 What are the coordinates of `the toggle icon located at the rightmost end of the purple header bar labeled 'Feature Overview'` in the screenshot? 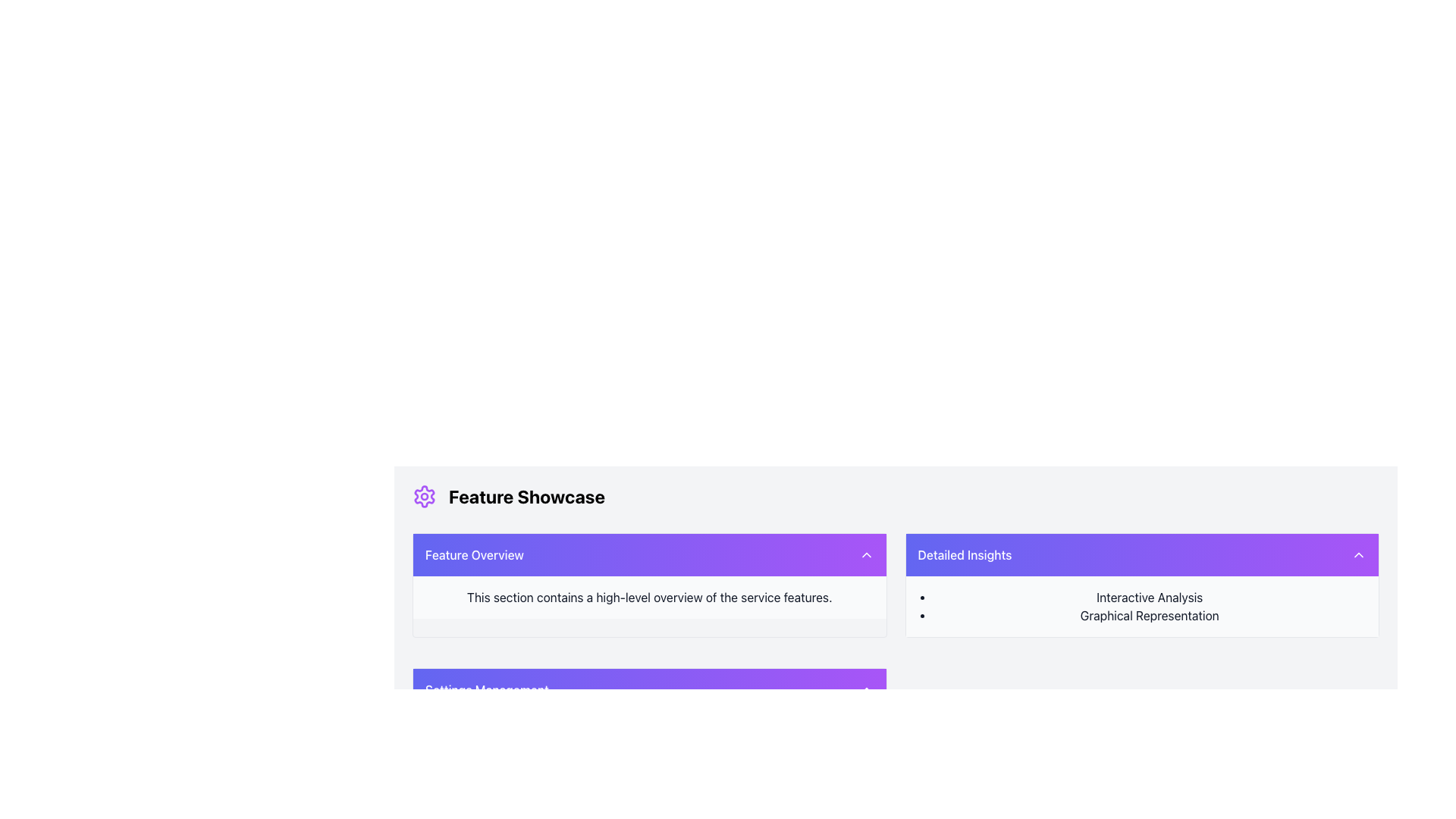 It's located at (866, 555).